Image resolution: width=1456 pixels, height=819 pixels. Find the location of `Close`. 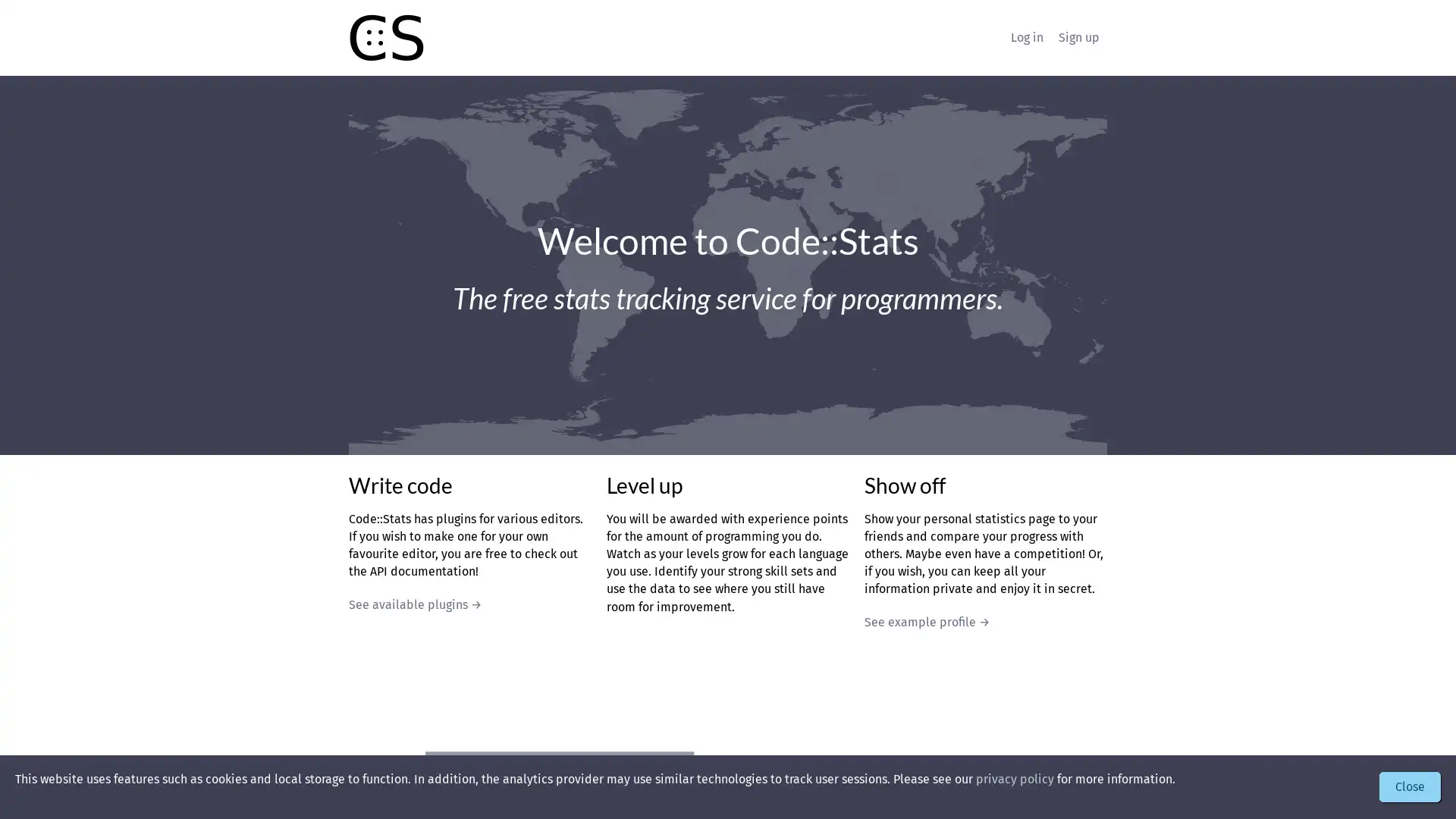

Close is located at coordinates (1409, 786).